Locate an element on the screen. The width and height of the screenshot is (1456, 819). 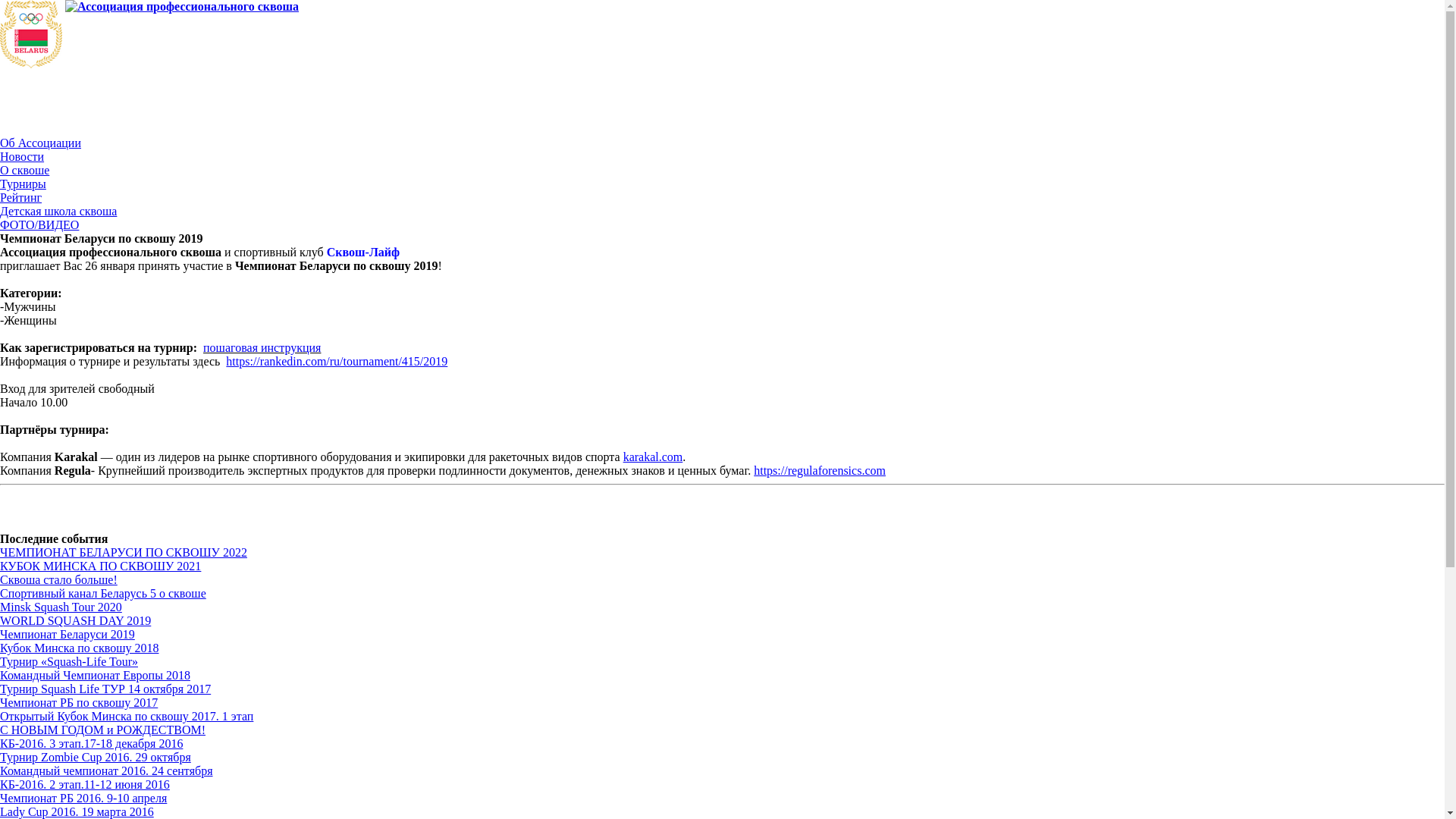
'https://rankedin.com/ru/tournament/415/2019' is located at coordinates (336, 361).